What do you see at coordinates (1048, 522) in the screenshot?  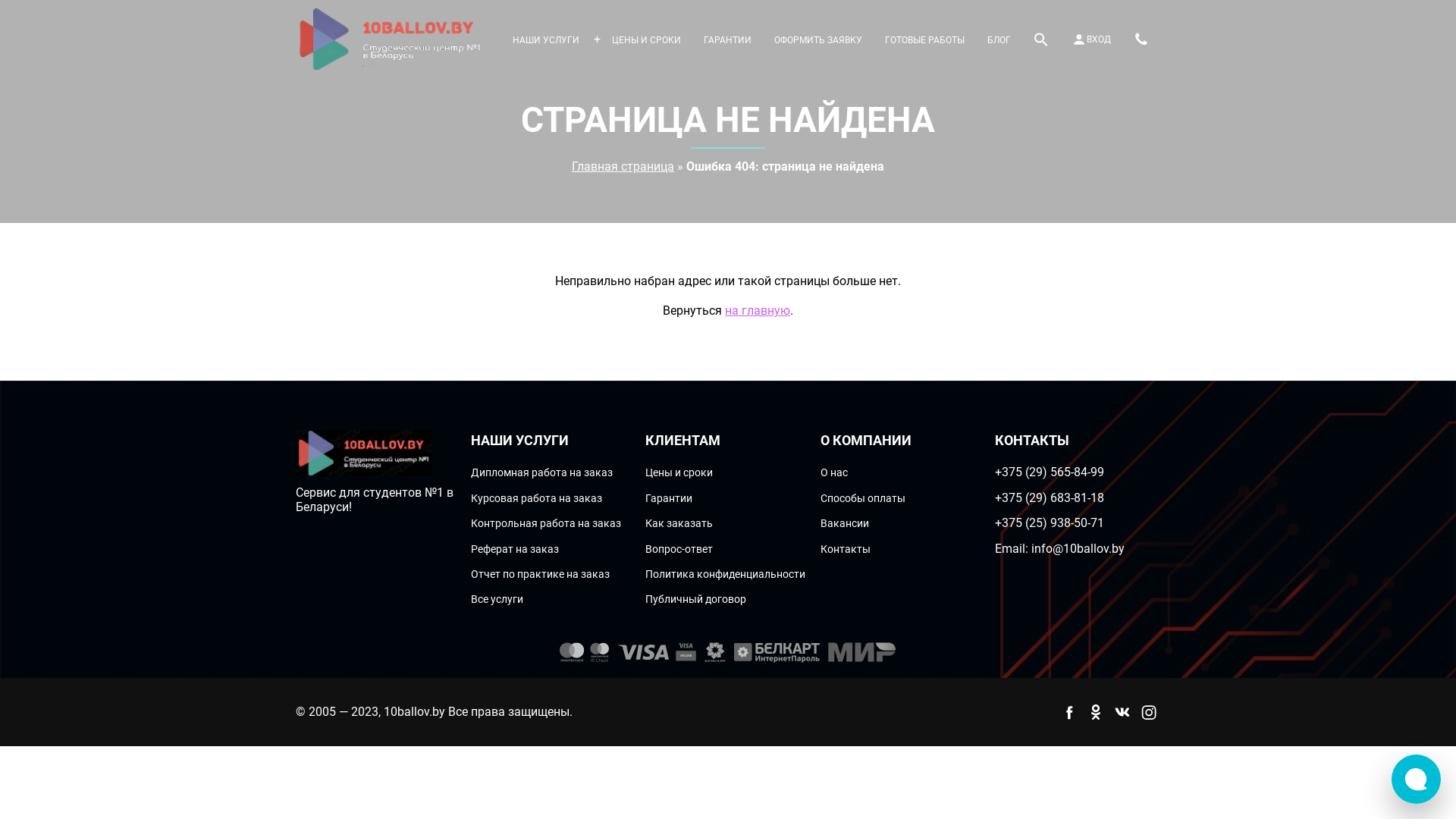 I see `'+375 (25) 938-50-71'` at bounding box center [1048, 522].